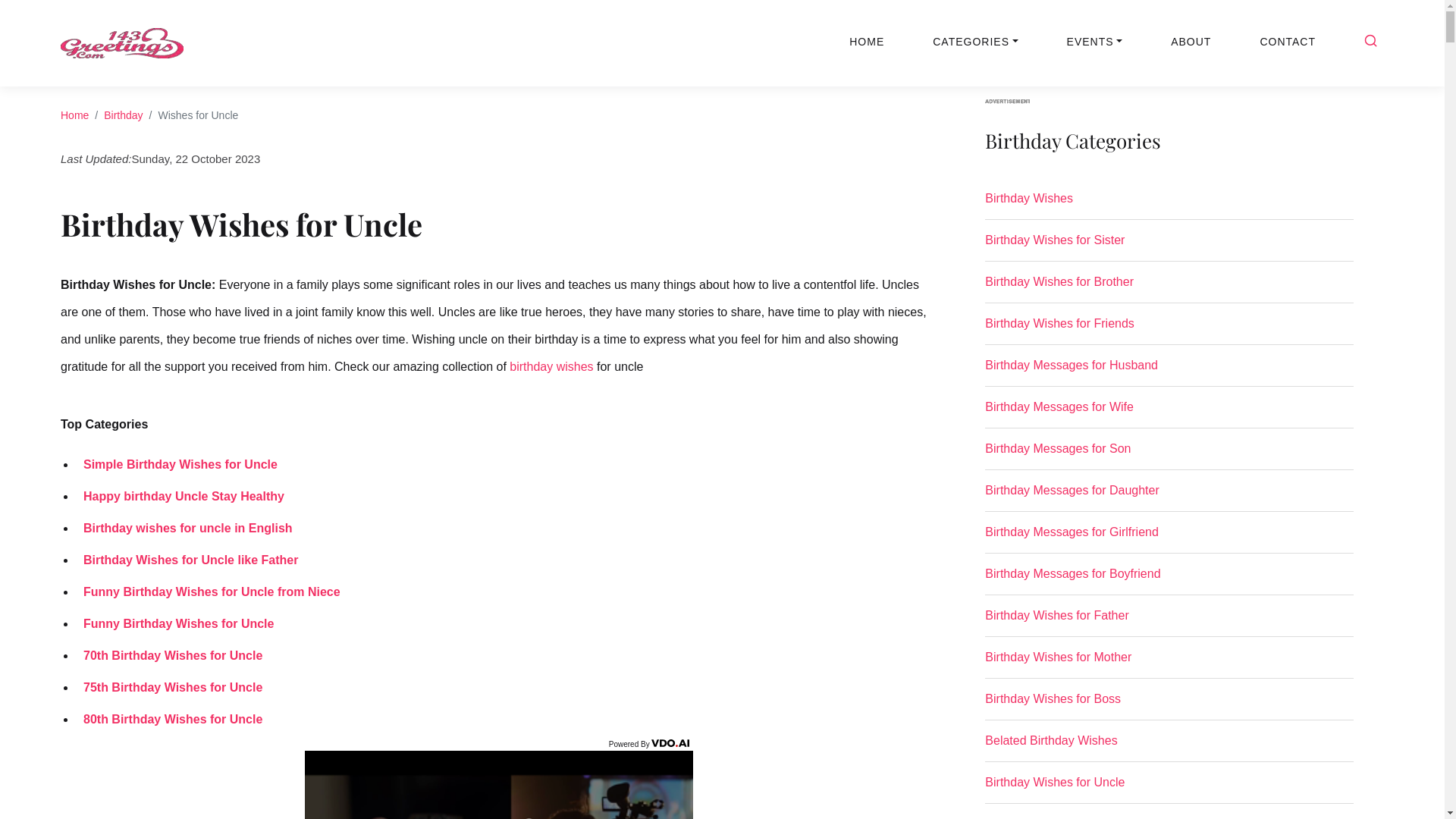 Image resolution: width=1456 pixels, height=819 pixels. What do you see at coordinates (1168, 622) in the screenshot?
I see `'Birthday Wishes for Father'` at bounding box center [1168, 622].